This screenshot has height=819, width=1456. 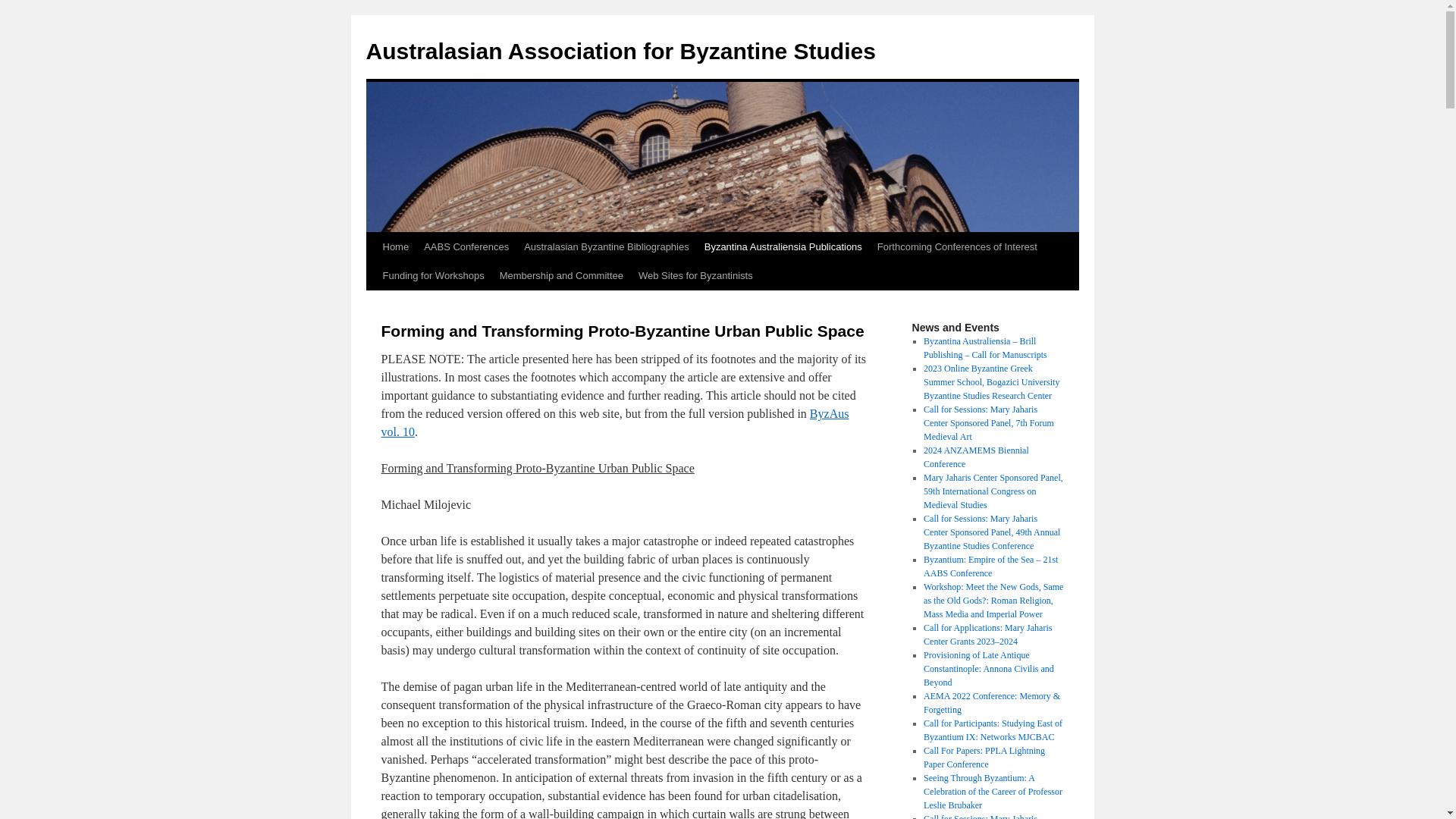 What do you see at coordinates (956, 246) in the screenshot?
I see `'Forthcoming Conferences of Interest'` at bounding box center [956, 246].